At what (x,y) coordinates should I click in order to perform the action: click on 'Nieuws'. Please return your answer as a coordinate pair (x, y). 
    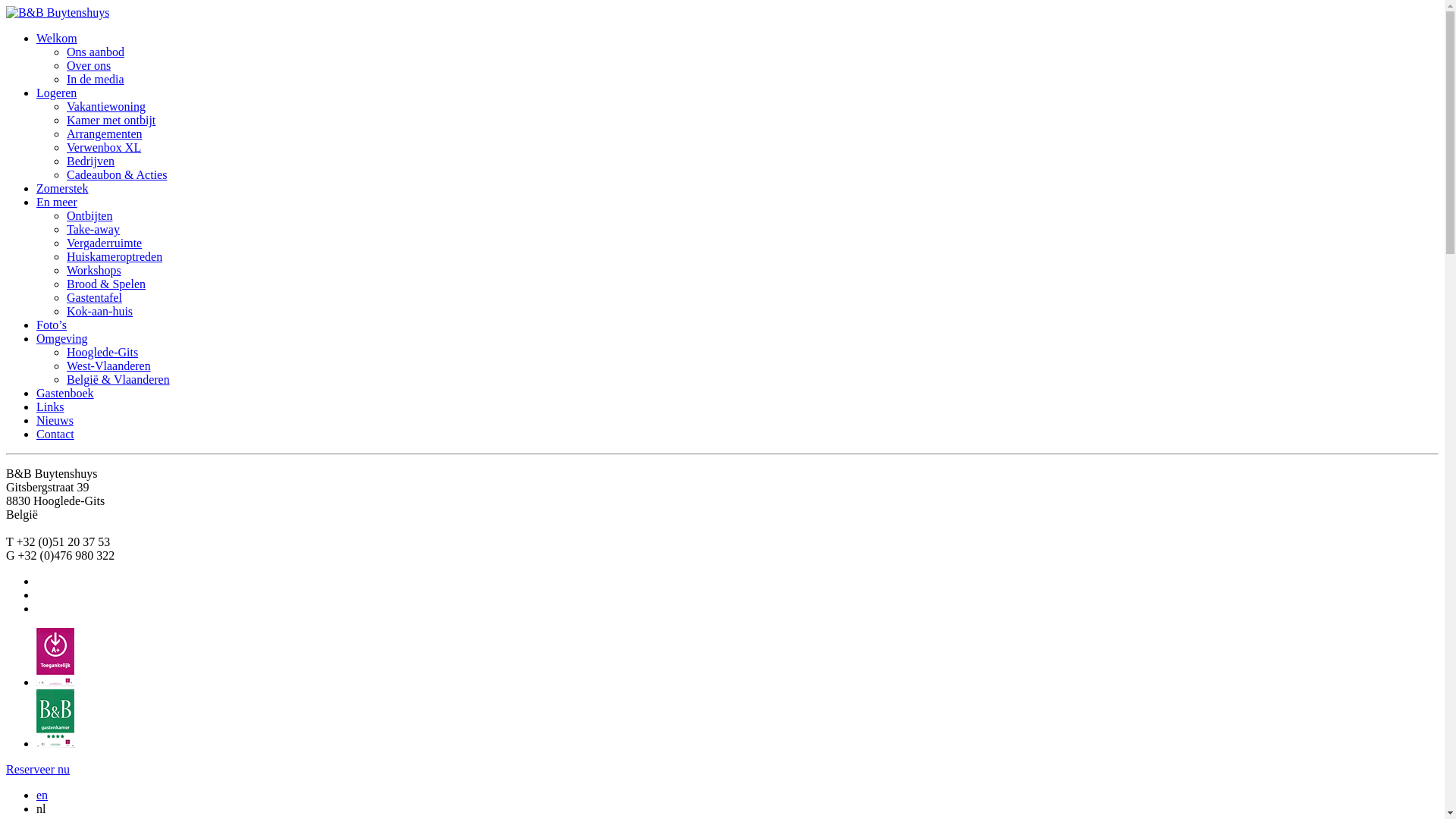
    Looking at the image, I should click on (55, 420).